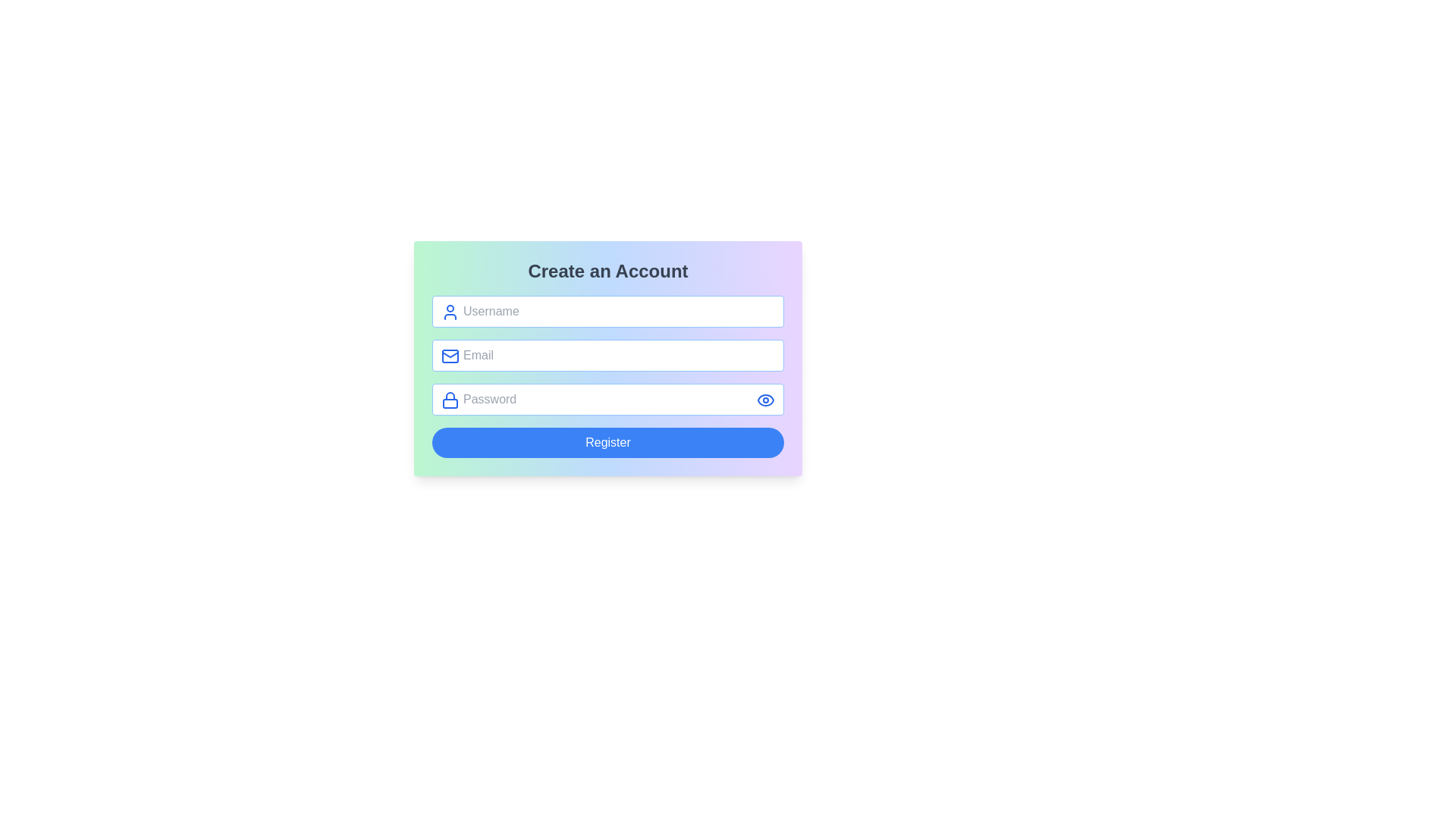 This screenshot has width=1456, height=819. I want to click on the visual indicator icon located inside the 'Username' input field, positioned to the left of the text input area, so click(450, 312).